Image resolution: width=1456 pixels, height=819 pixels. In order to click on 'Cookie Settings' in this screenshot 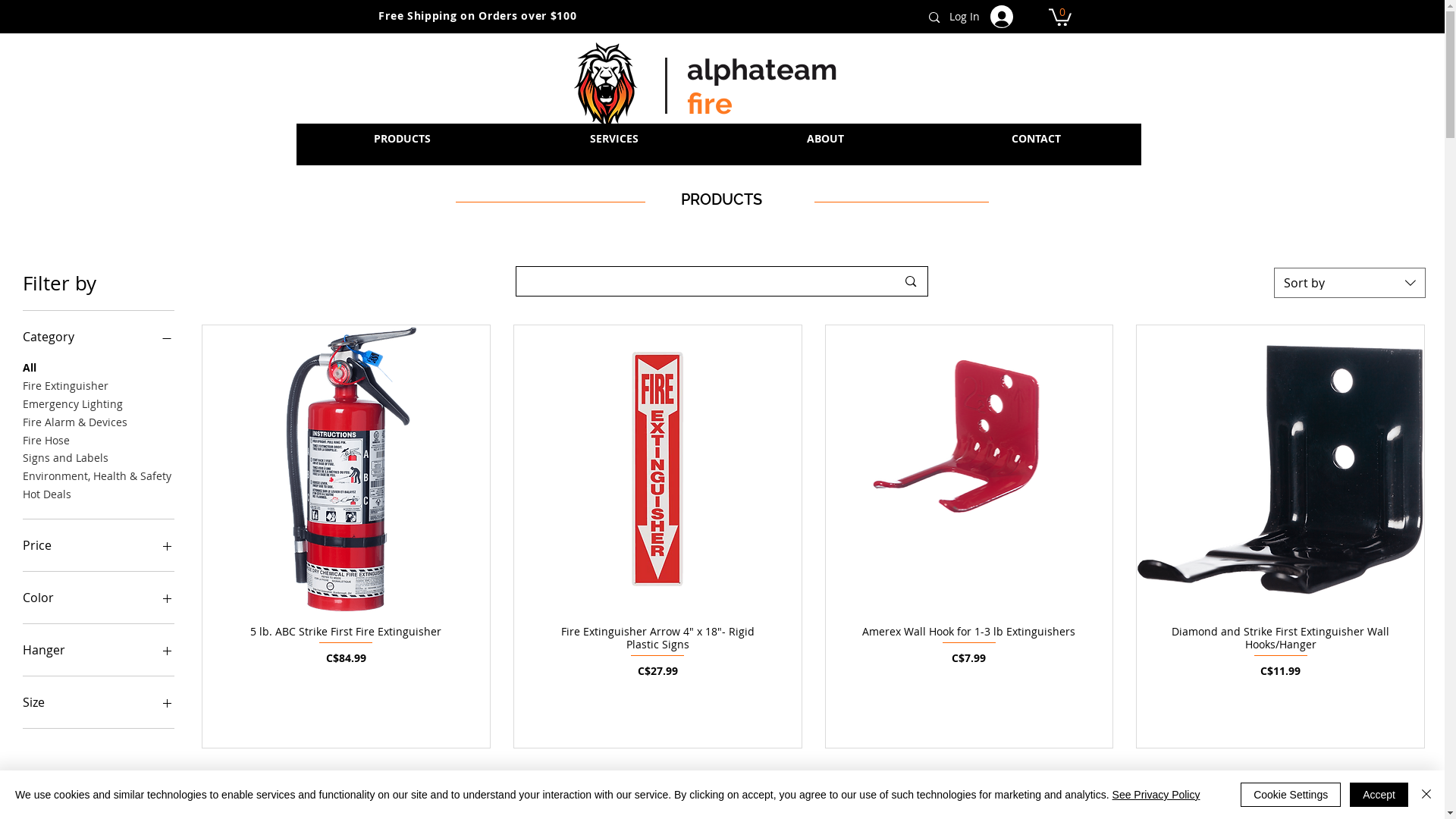, I will do `click(1290, 794)`.